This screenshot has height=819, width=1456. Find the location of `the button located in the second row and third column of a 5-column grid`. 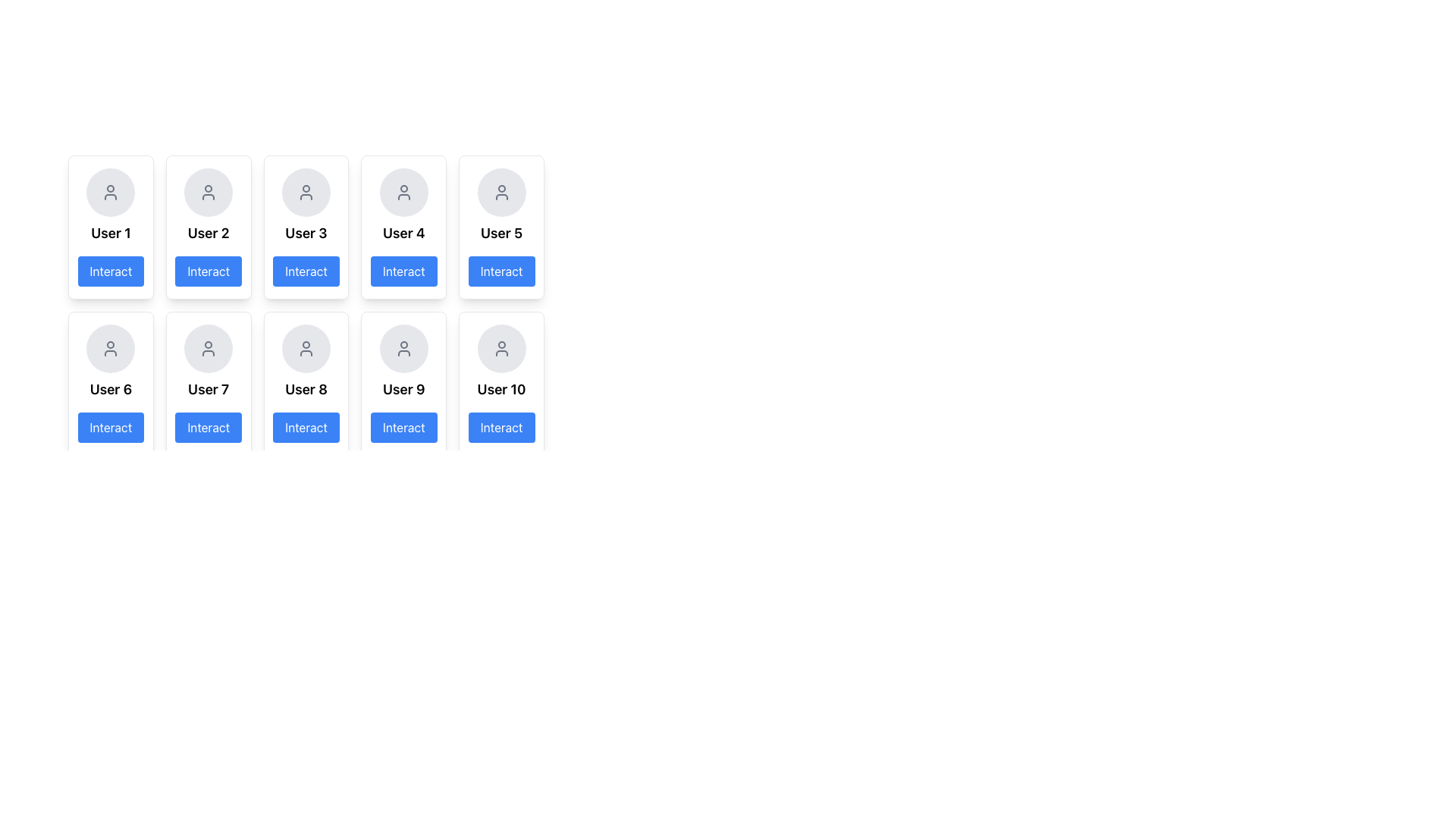

the button located in the second row and third column of a 5-column grid is located at coordinates (305, 305).